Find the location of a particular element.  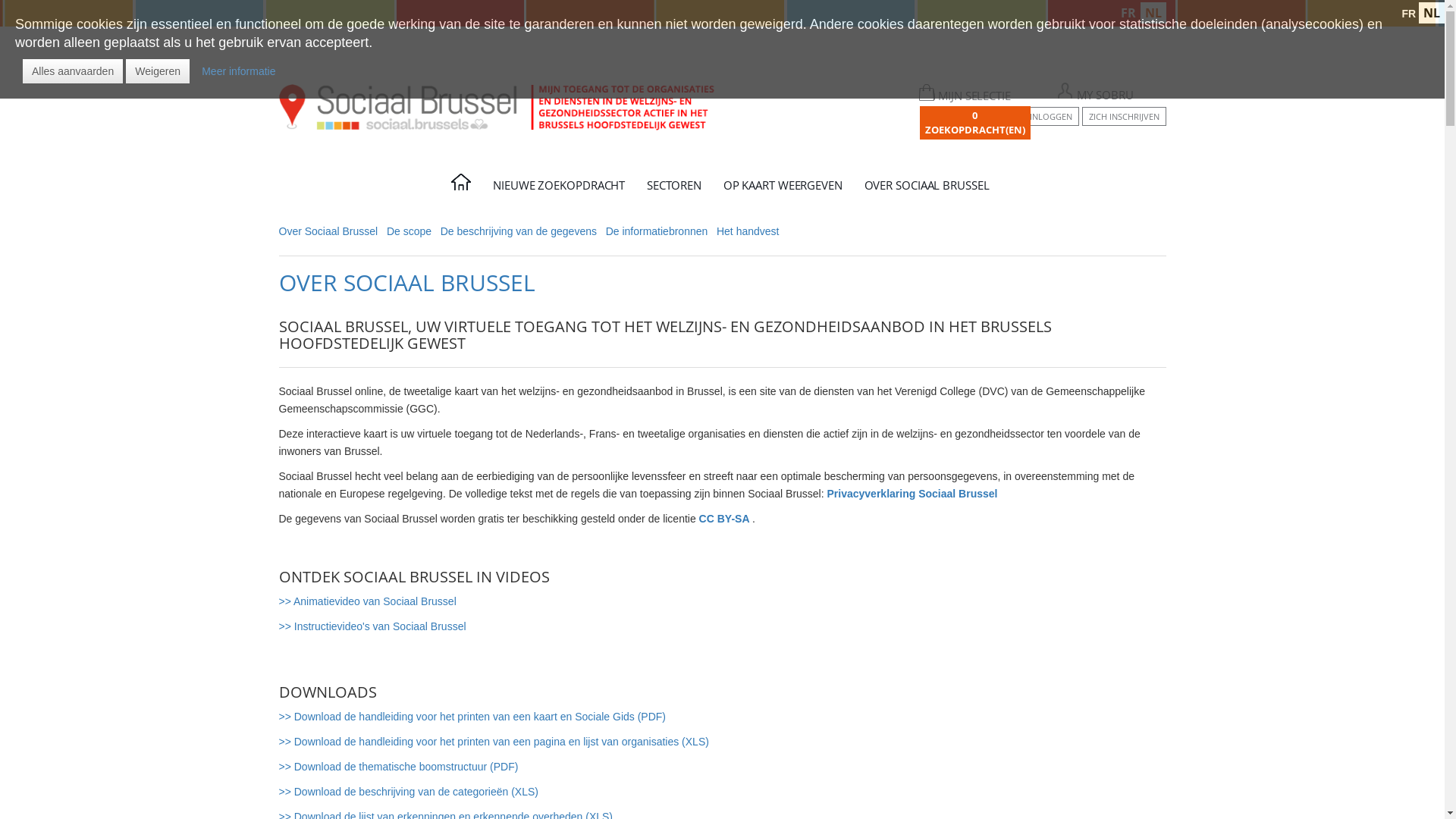

'OP KAART WEERGEVEN' is located at coordinates (785, 189).